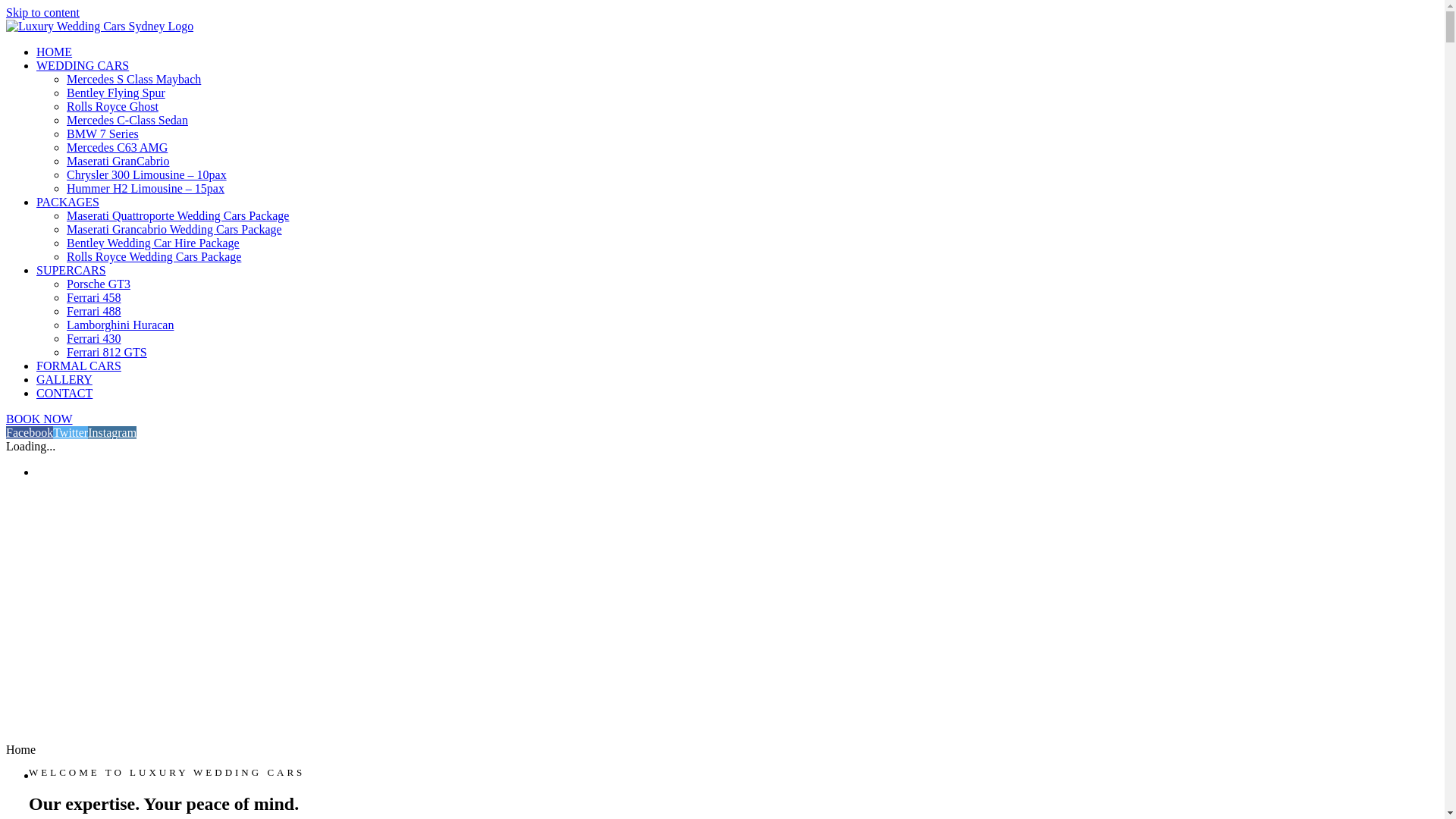 The height and width of the screenshot is (819, 1456). What do you see at coordinates (67, 201) in the screenshot?
I see `'PACKAGES'` at bounding box center [67, 201].